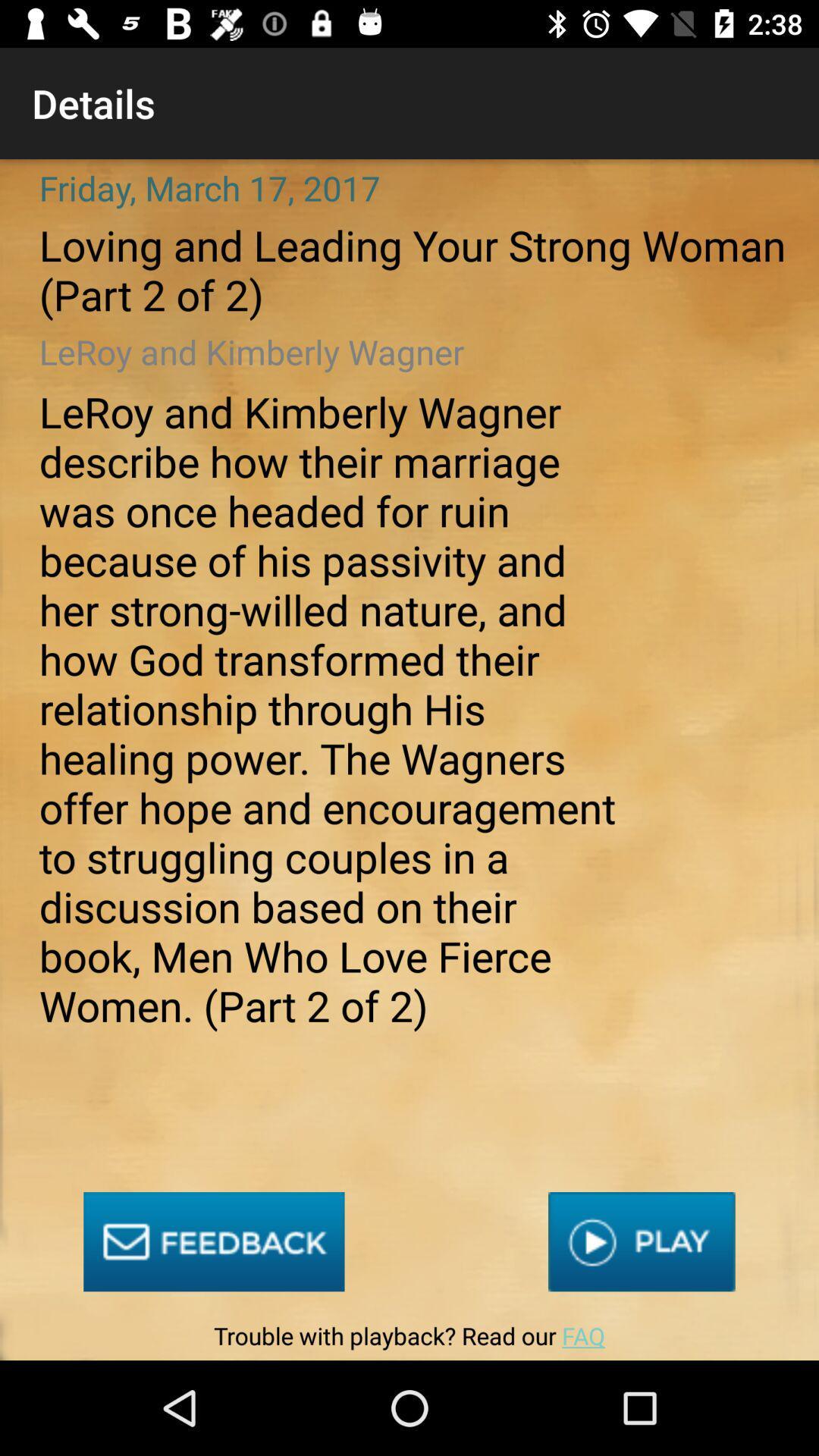 This screenshot has width=819, height=1456. What do you see at coordinates (642, 1241) in the screenshot?
I see `the skip_next icon` at bounding box center [642, 1241].